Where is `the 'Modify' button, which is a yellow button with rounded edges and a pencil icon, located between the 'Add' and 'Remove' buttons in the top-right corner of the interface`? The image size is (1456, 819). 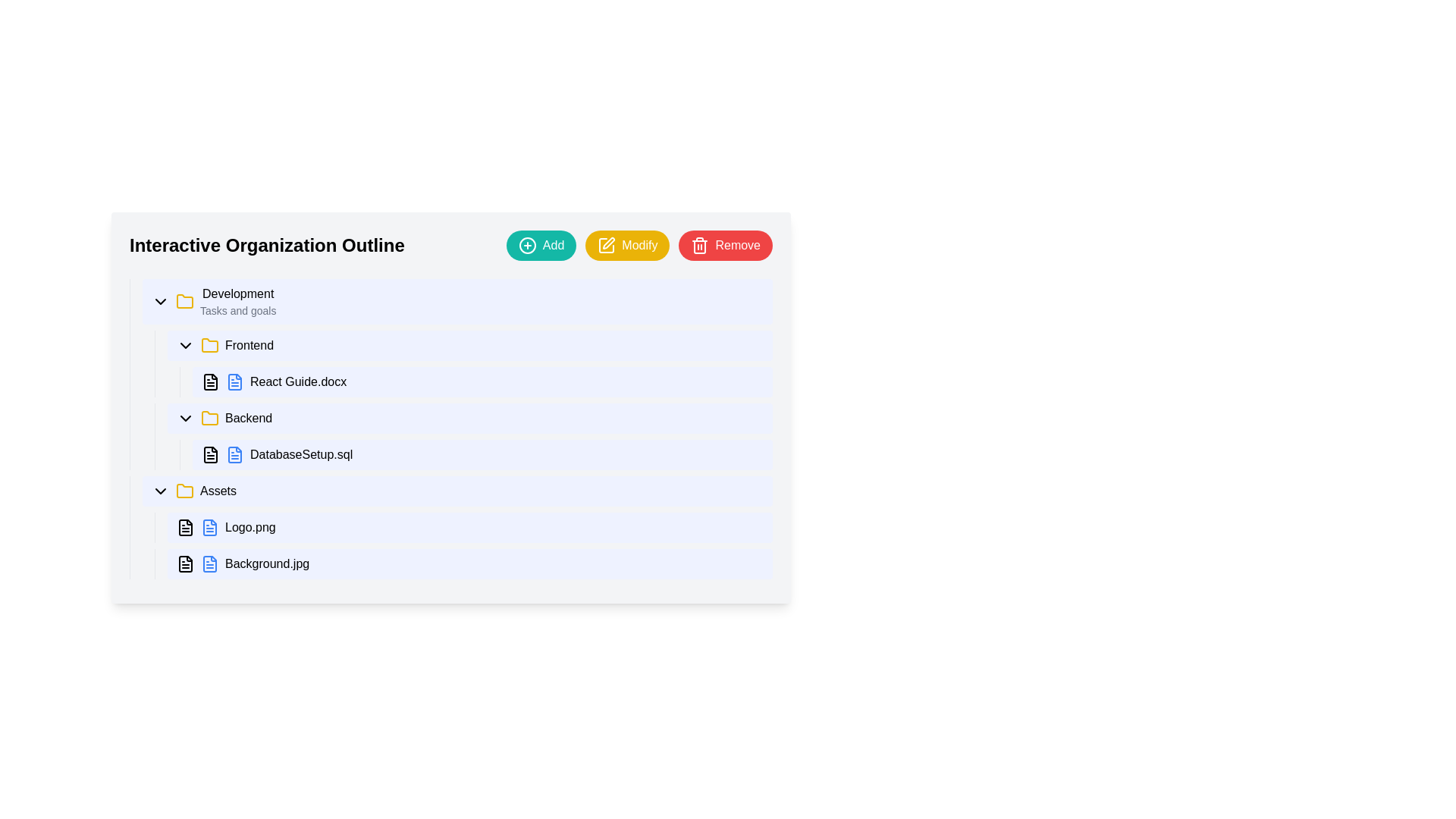 the 'Modify' button, which is a yellow button with rounded edges and a pencil icon, located between the 'Add' and 'Remove' buttons in the top-right corner of the interface is located at coordinates (627, 245).